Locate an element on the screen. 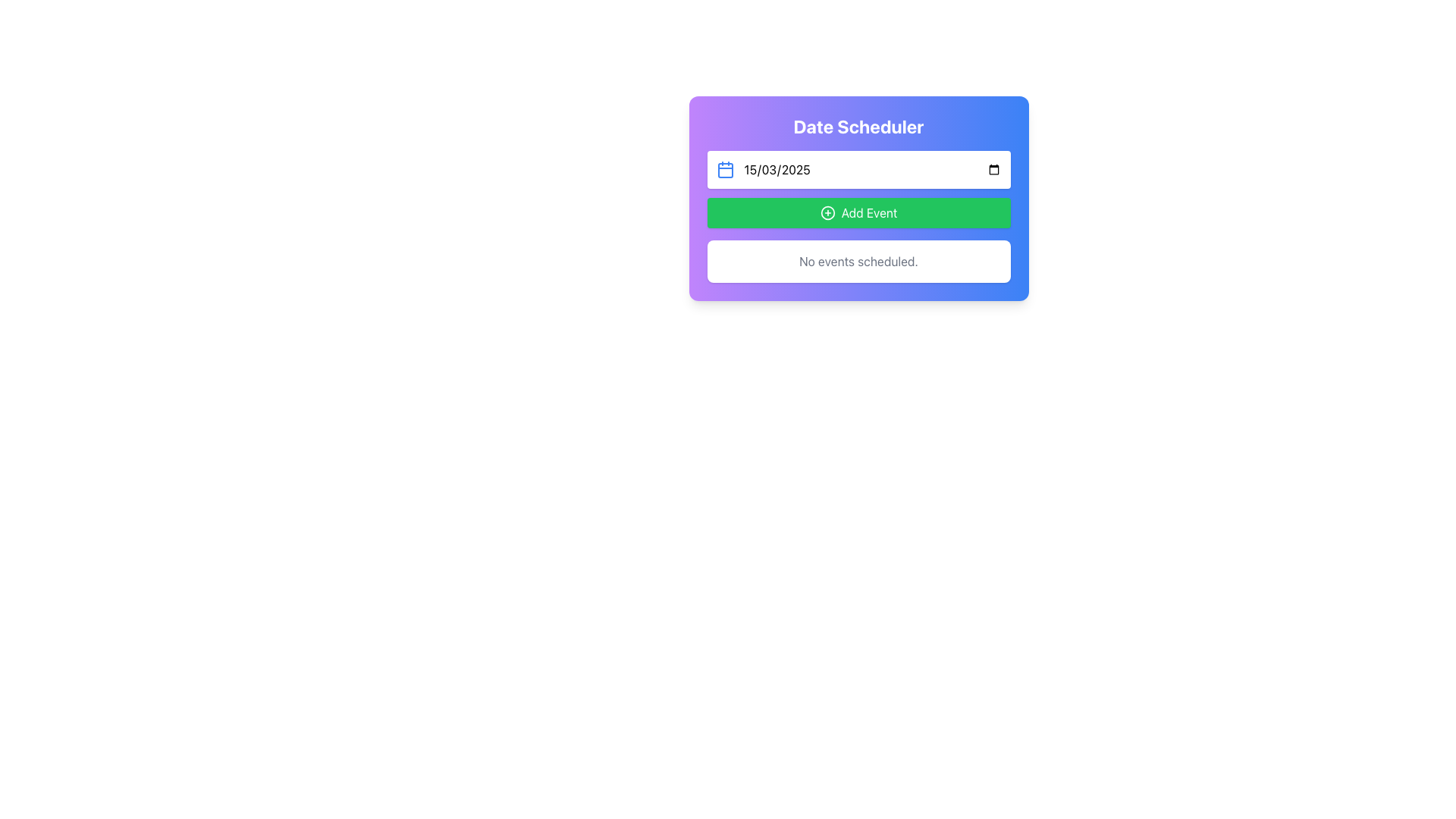 The height and width of the screenshot is (819, 1456). the blue calendar icon with rounded corners located to the left of the date input field is located at coordinates (724, 169).